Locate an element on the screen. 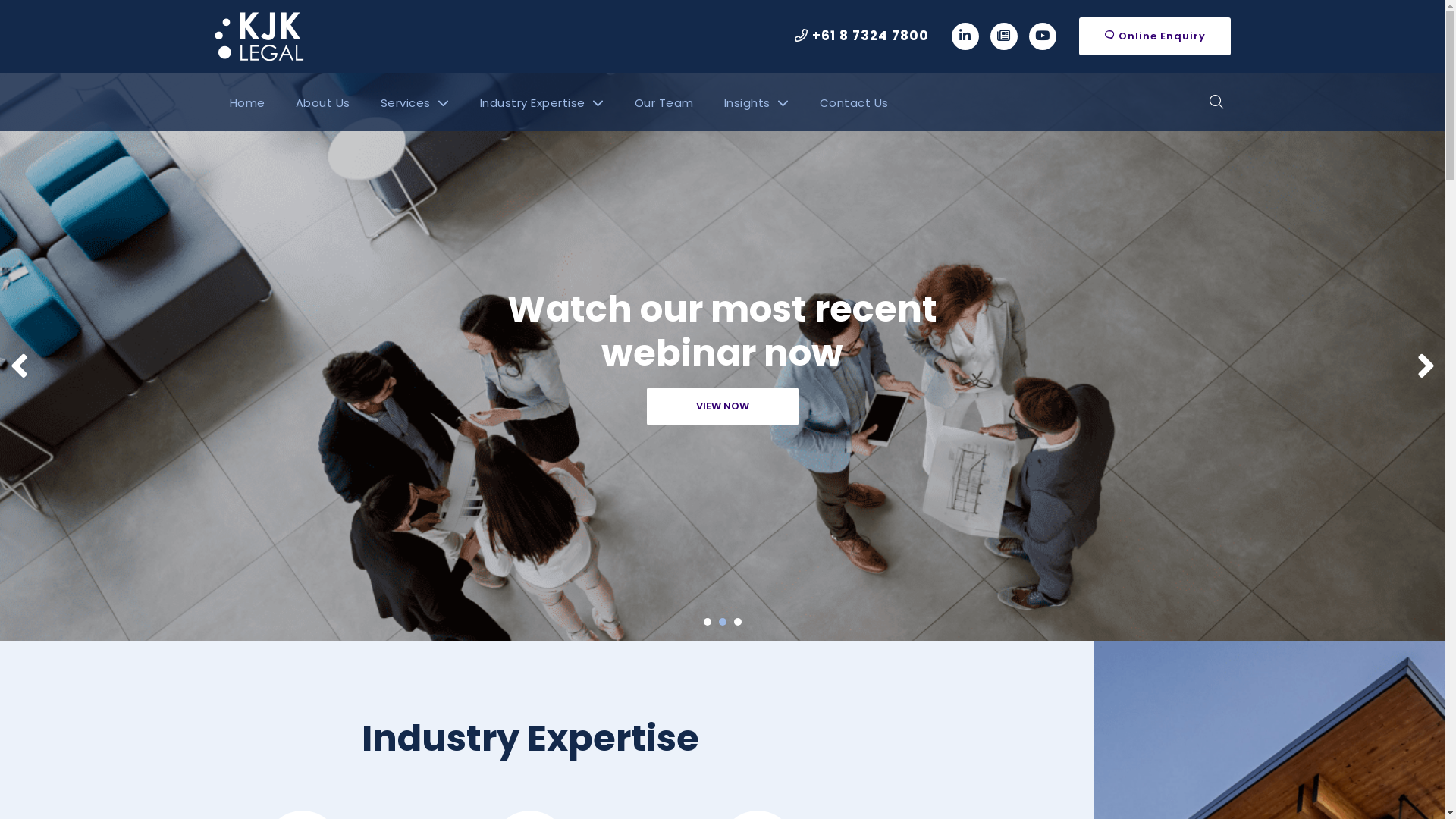 This screenshot has height=819, width=1456. 'Online Enquiry' is located at coordinates (1153, 35).